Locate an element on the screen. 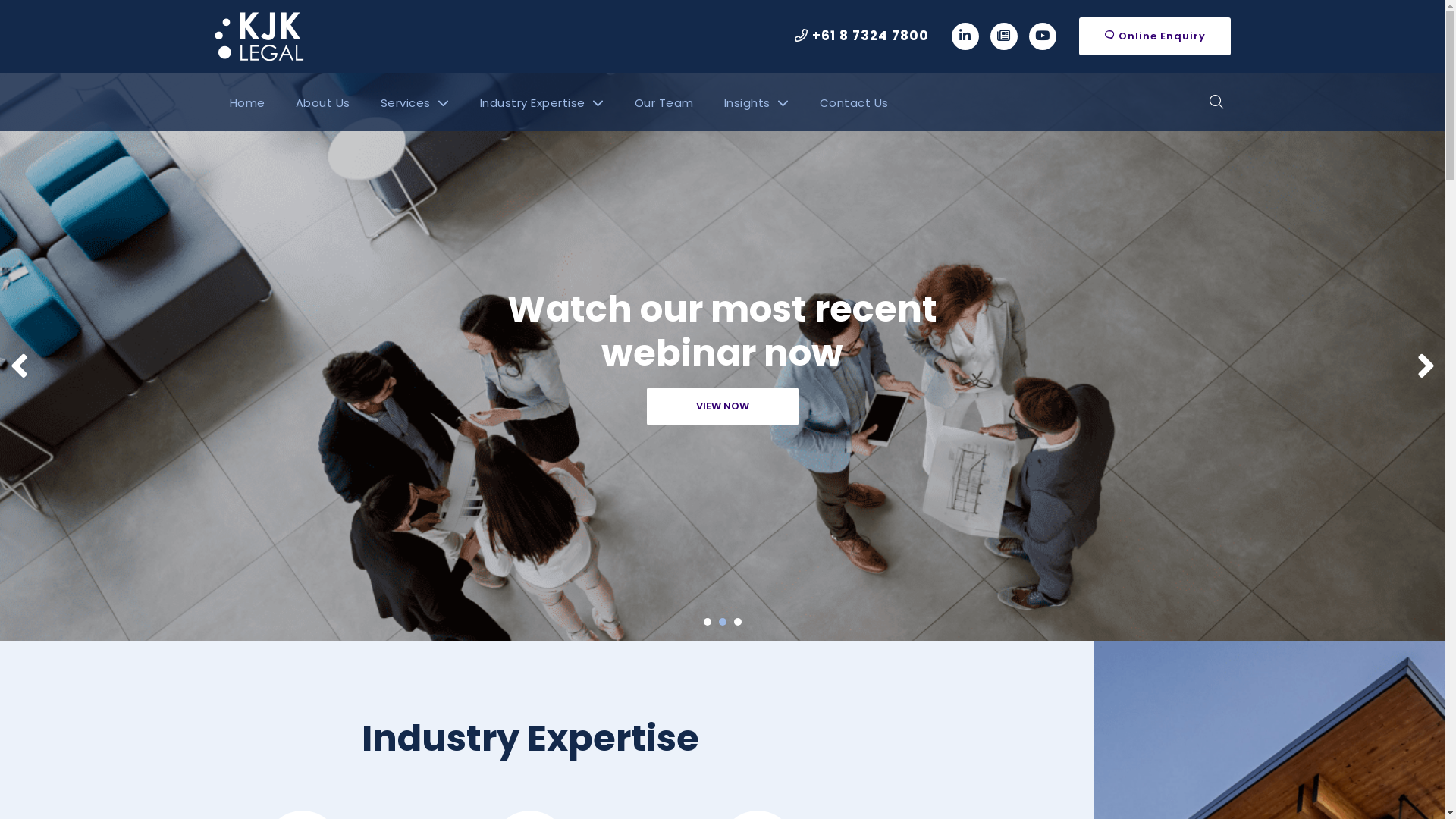 This screenshot has height=819, width=1456. 'Online Enquiry' is located at coordinates (1153, 35).